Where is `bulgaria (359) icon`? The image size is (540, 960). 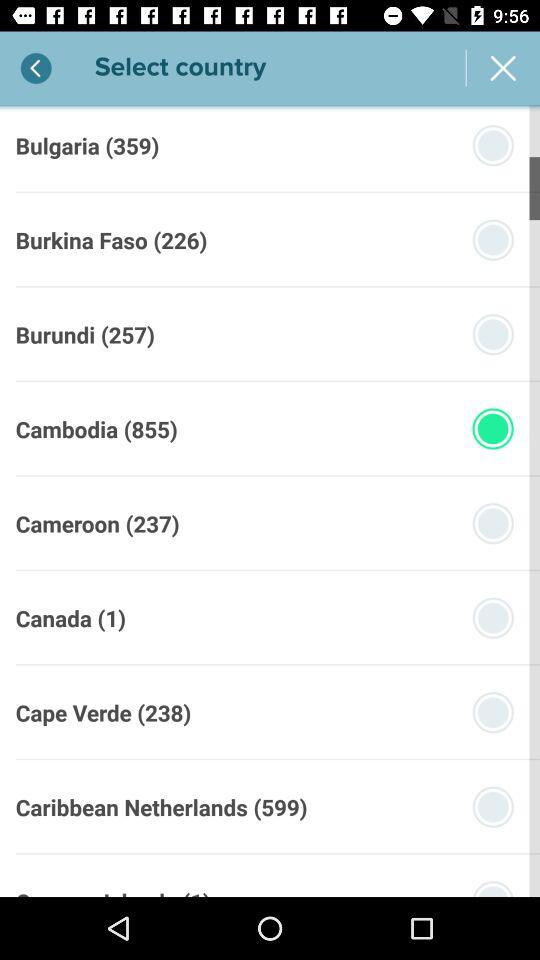 bulgaria (359) icon is located at coordinates (86, 144).